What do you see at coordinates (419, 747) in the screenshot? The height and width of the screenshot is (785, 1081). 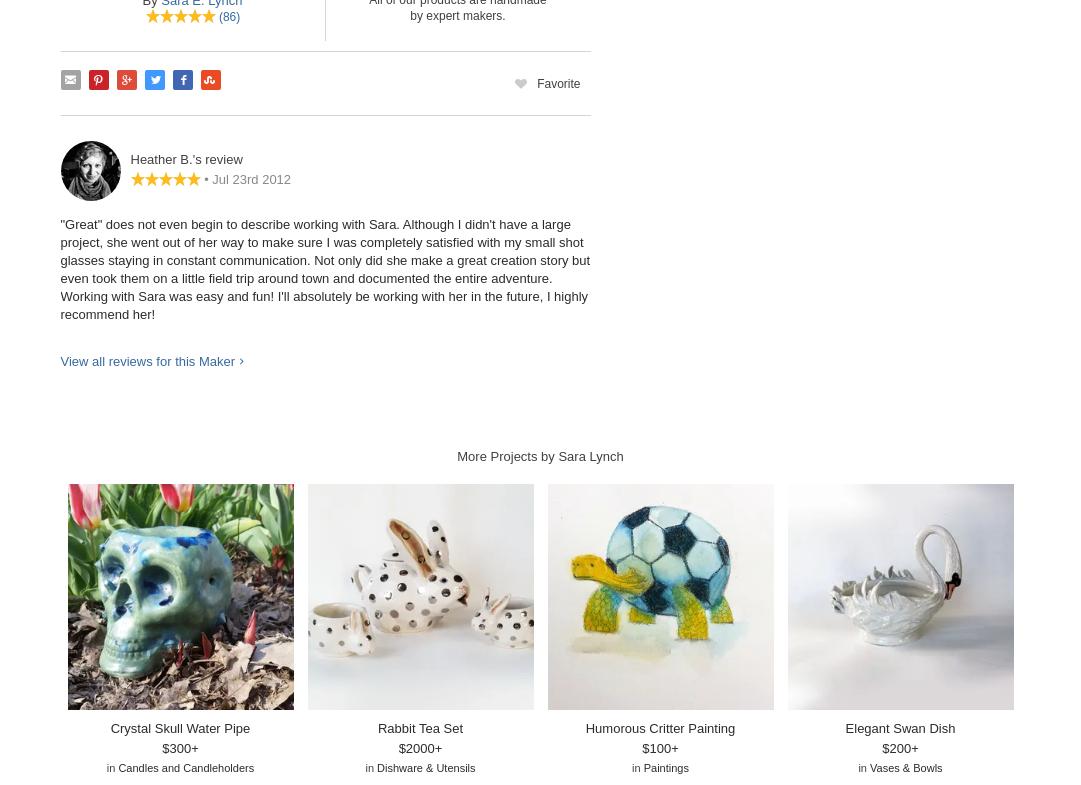 I see `'$2000+'` at bounding box center [419, 747].